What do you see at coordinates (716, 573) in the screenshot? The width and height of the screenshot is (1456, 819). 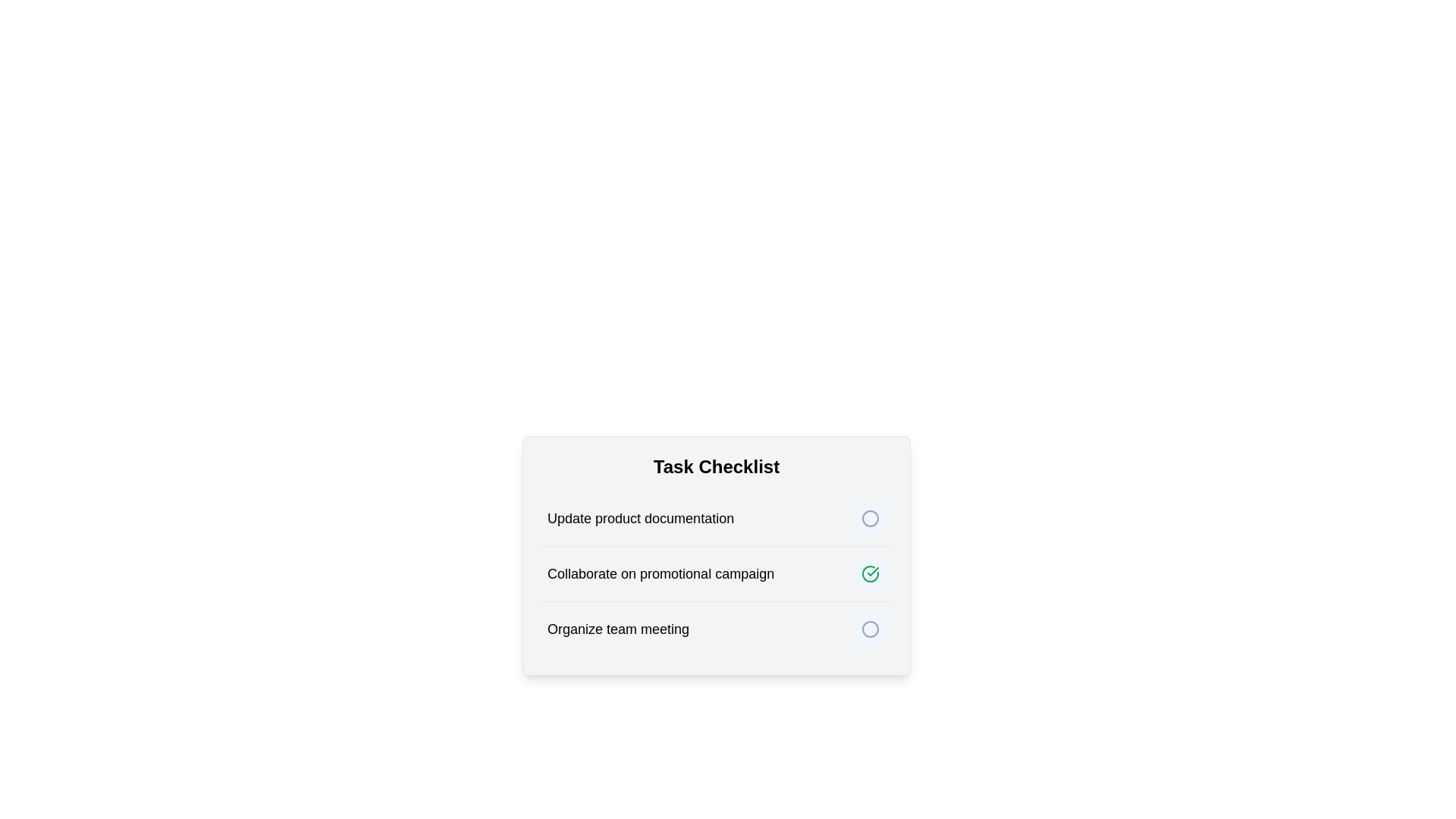 I see `the second list item in the task checklist, which has a green checkmark indicating its completed status` at bounding box center [716, 573].